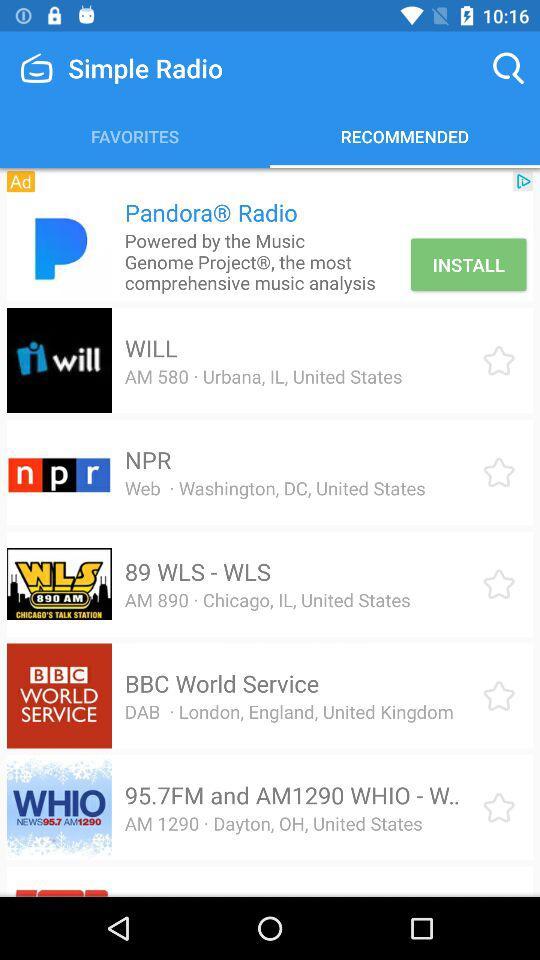 The height and width of the screenshot is (960, 540). I want to click on the install icon, so click(468, 263).